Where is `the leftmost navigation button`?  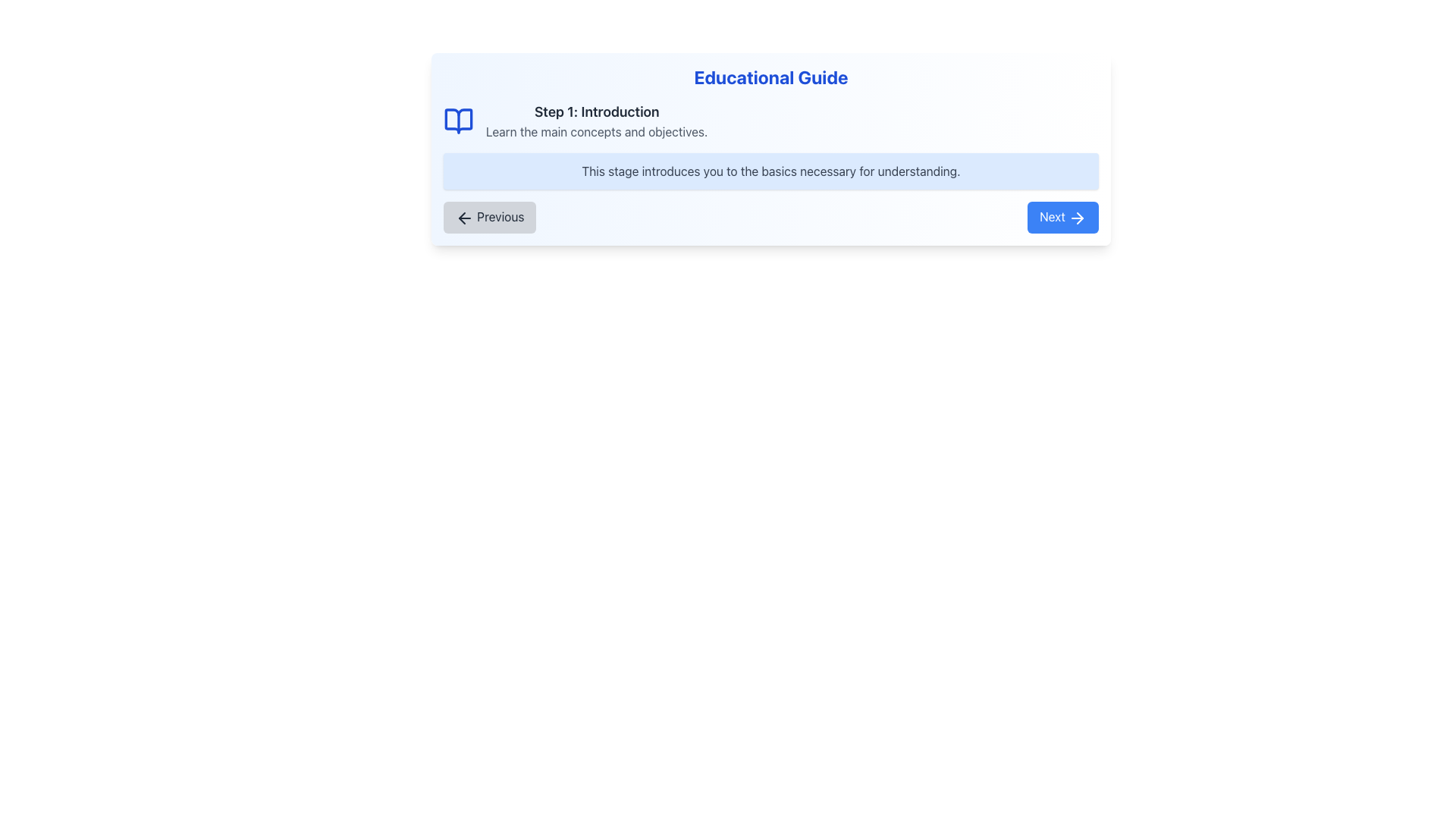 the leftmost navigation button is located at coordinates (490, 217).